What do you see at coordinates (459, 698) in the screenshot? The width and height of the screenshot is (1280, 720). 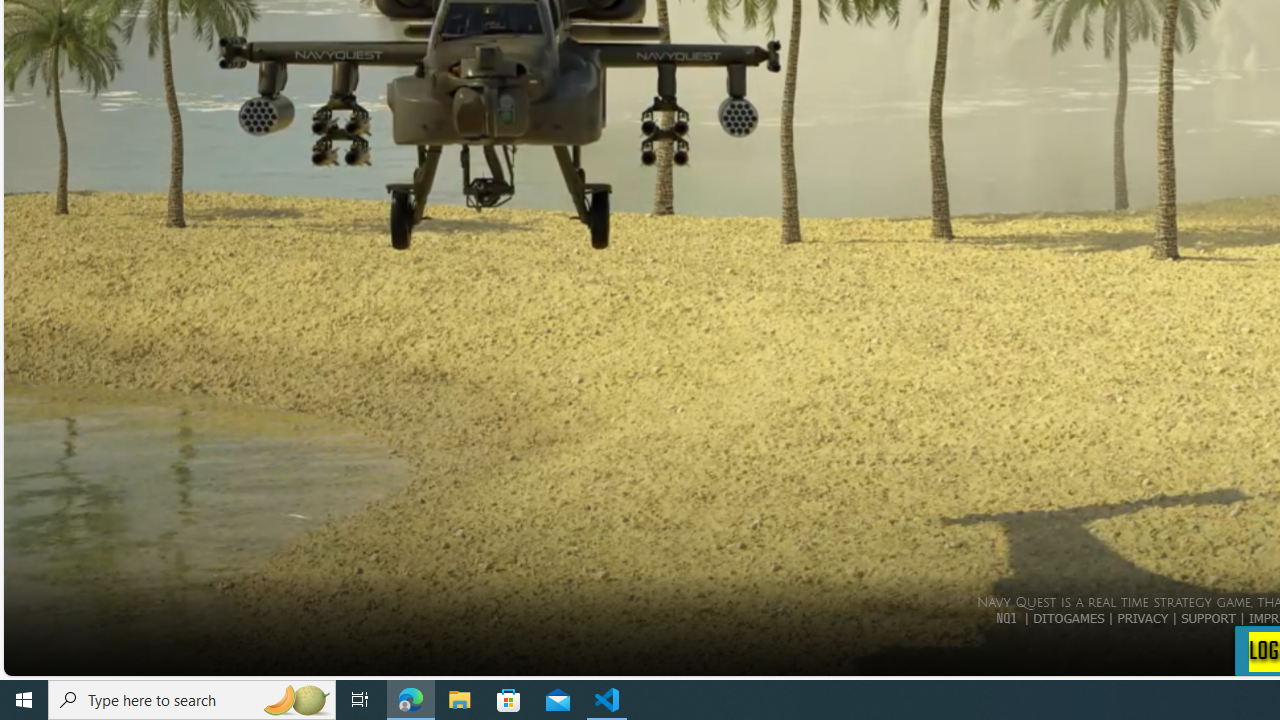 I see `'File Explorer'` at bounding box center [459, 698].